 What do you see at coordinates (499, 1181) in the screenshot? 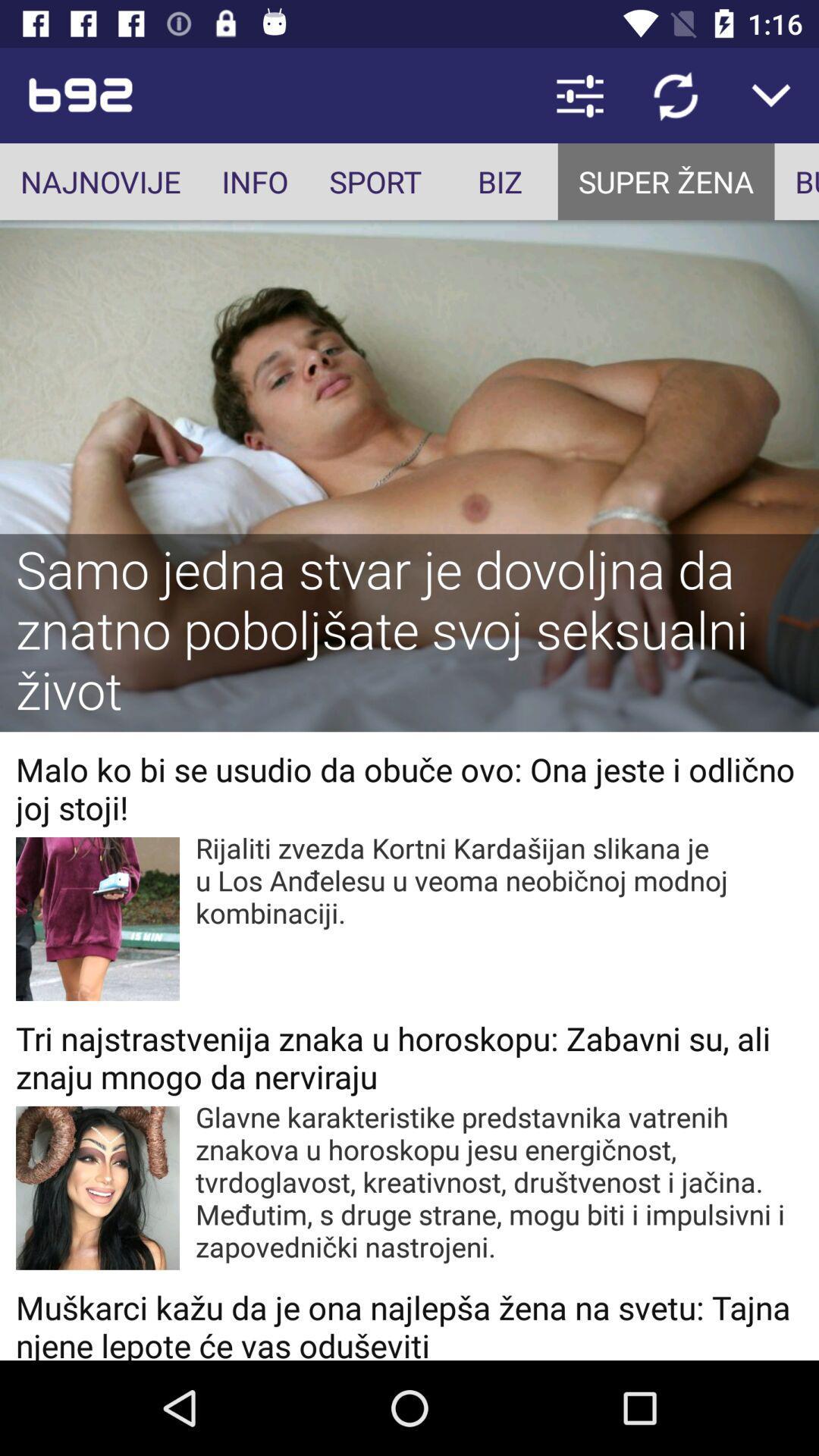
I see `glavne karakteristike predstavnika app` at bounding box center [499, 1181].